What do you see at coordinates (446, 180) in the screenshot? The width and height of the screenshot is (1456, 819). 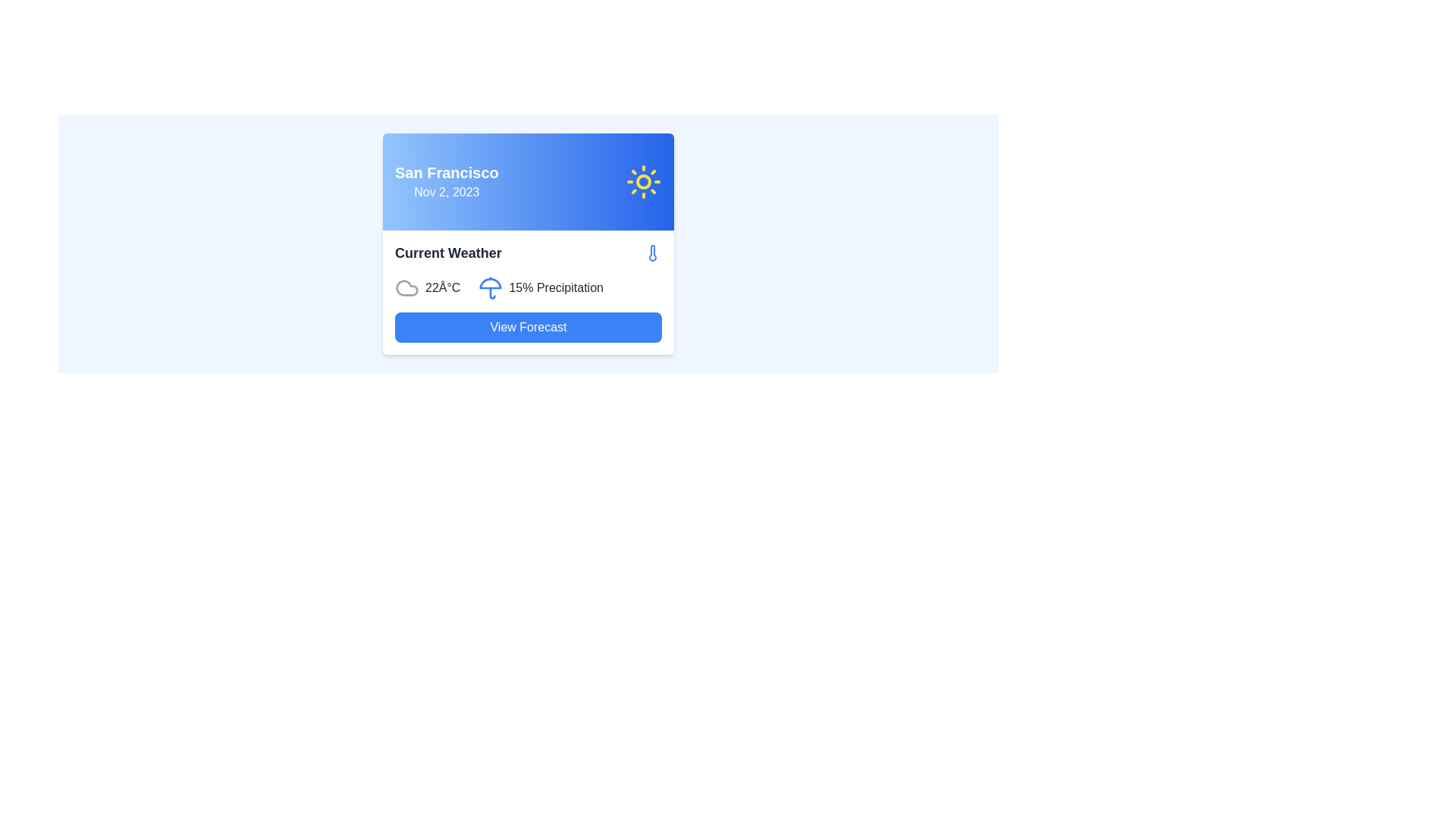 I see `the text display showing 'San Francisco' with the date 'Nov 2, 2023' on a gradient blue background` at bounding box center [446, 180].